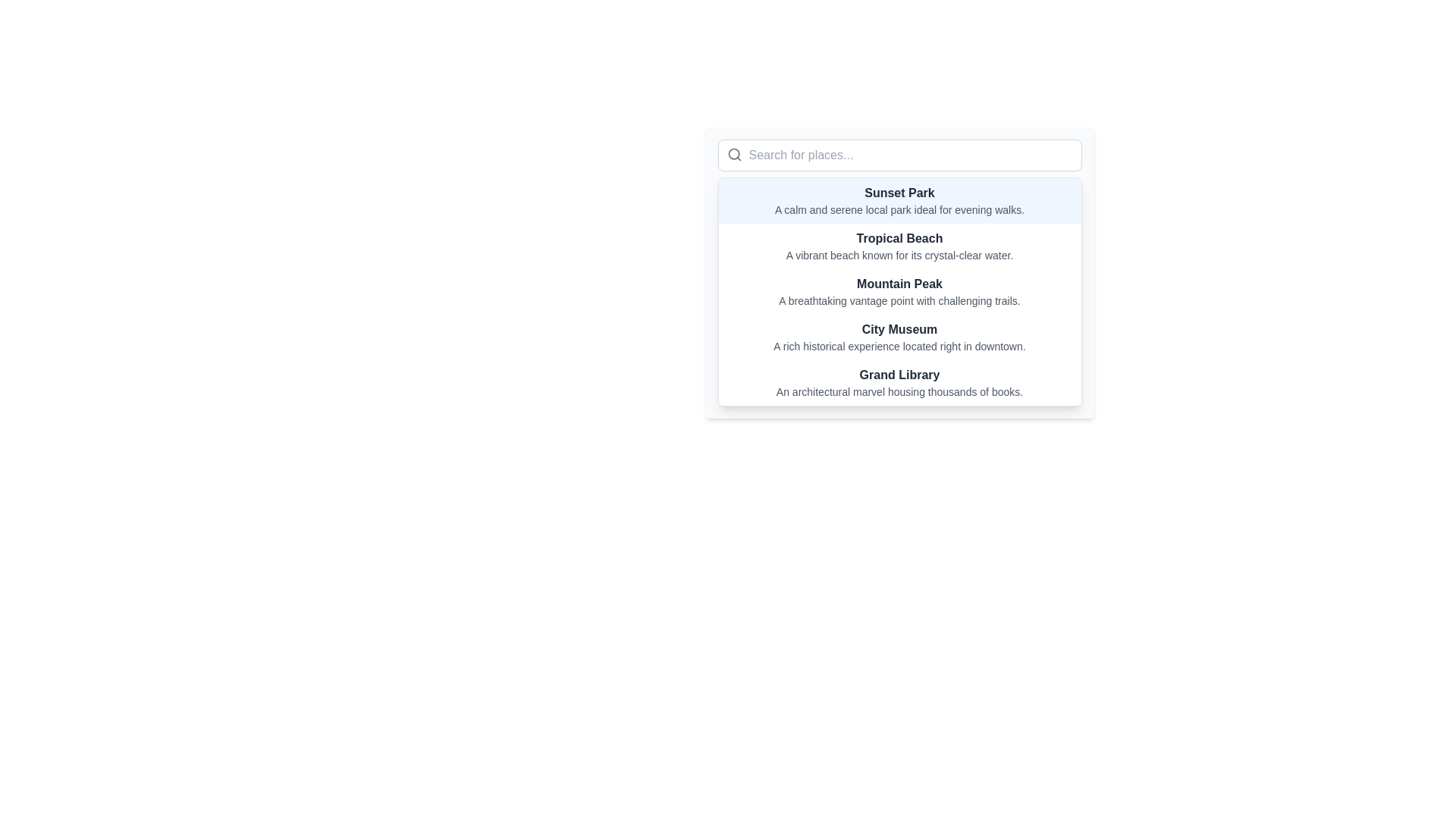 The image size is (1456, 819). What do you see at coordinates (899, 301) in the screenshot?
I see `the text block styled with a small gray font that reads 'A breathtaking vantage point with challenging trails,' located beneath the heading 'Mountain Peak.'` at bounding box center [899, 301].